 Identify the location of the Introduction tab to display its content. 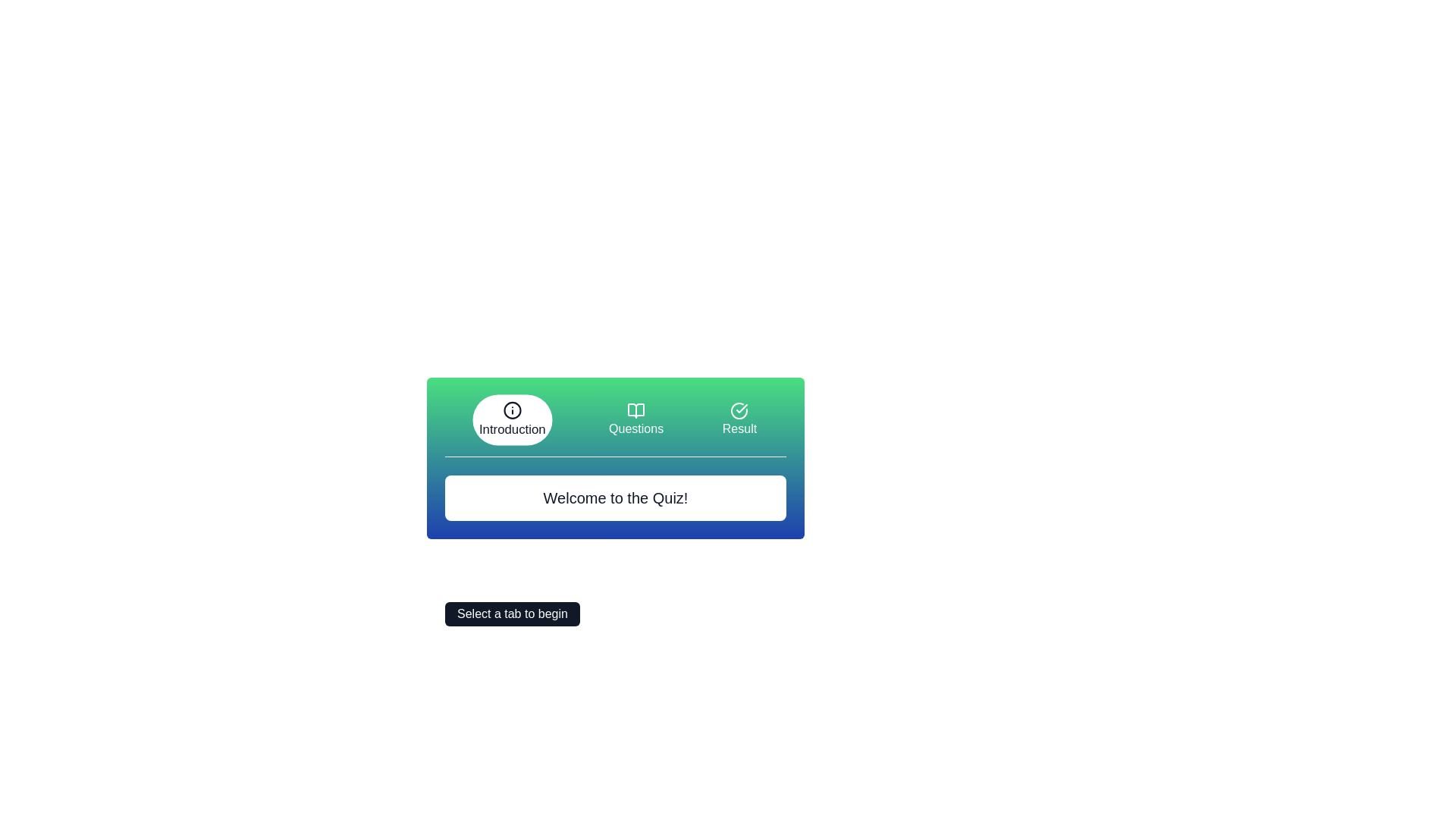
(512, 420).